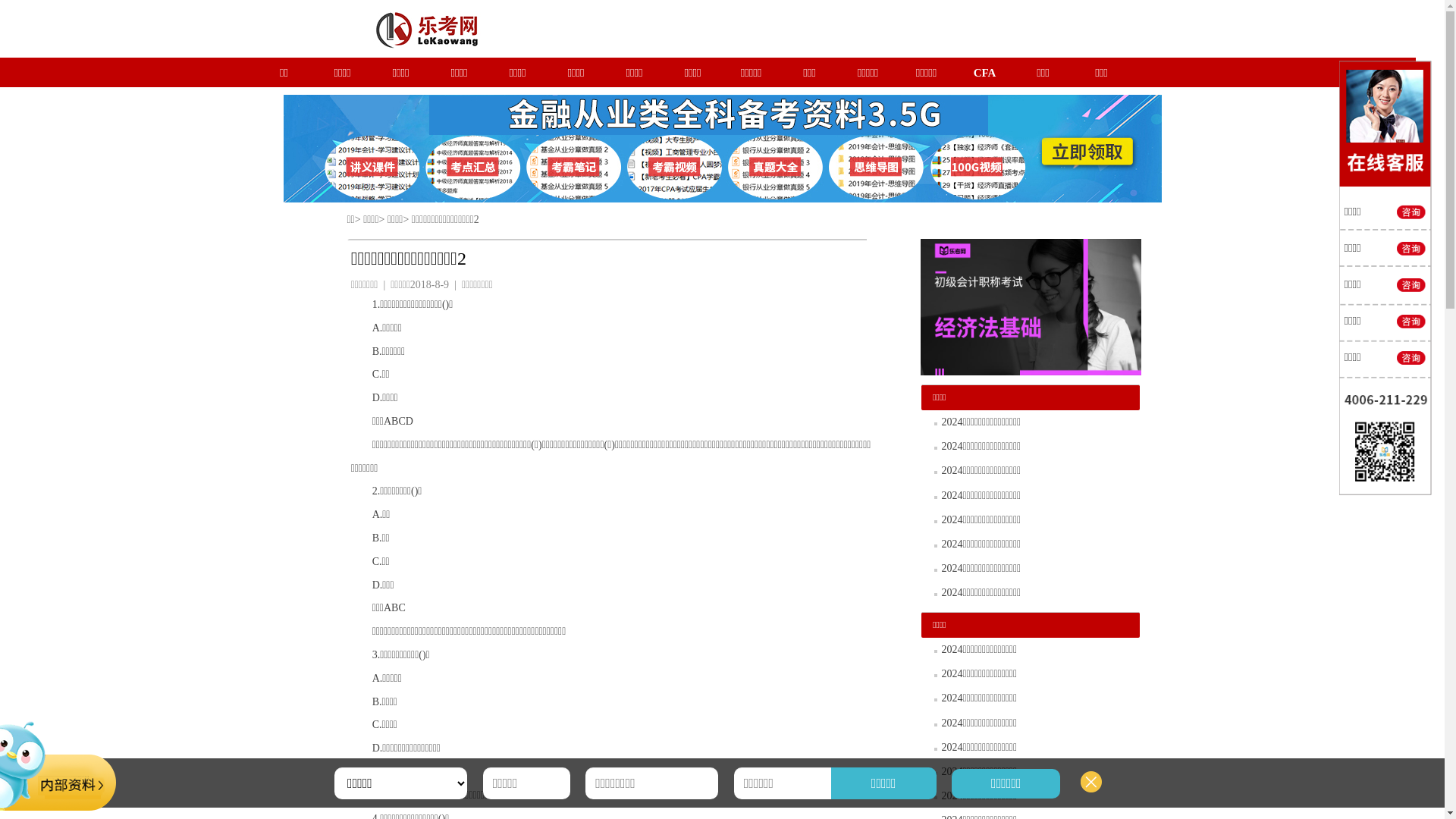 This screenshot has height=819, width=1456. What do you see at coordinates (985, 73) in the screenshot?
I see `'CFA'` at bounding box center [985, 73].